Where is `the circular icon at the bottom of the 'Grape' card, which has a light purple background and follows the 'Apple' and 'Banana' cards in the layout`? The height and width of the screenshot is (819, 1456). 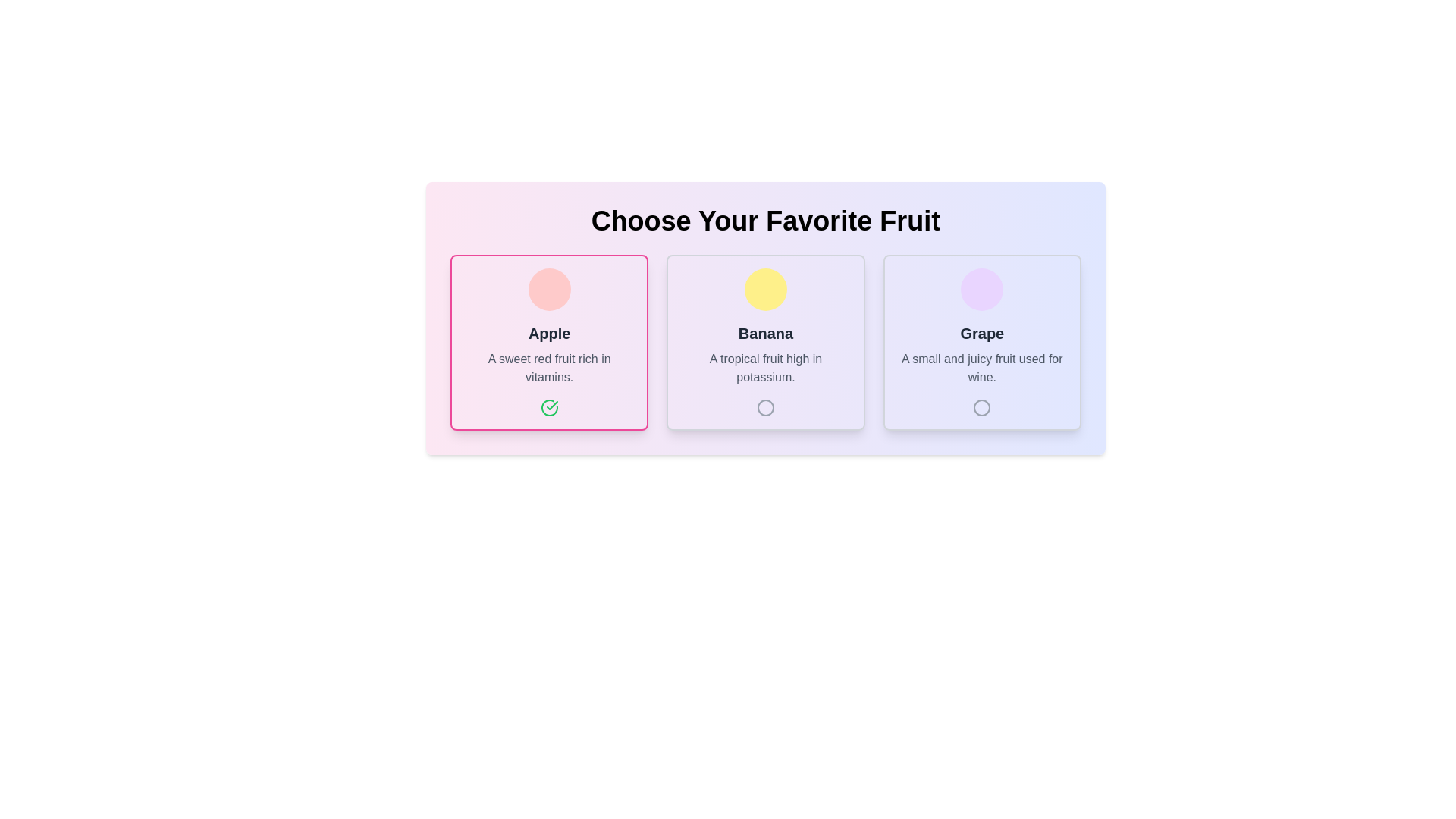
the circular icon at the bottom of the 'Grape' card, which has a light purple background and follows the 'Apple' and 'Banana' cards in the layout is located at coordinates (982, 342).